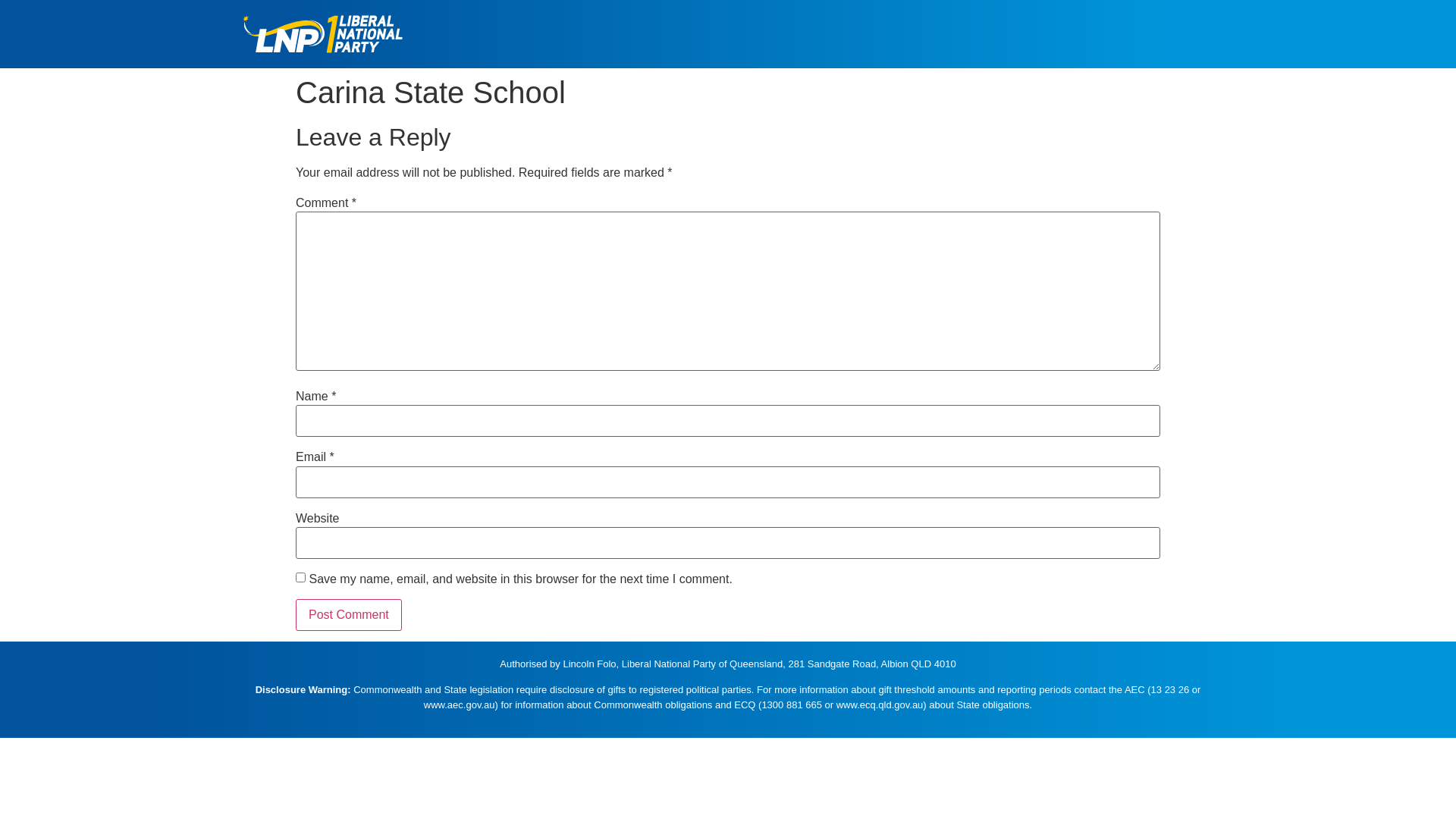 The width and height of the screenshot is (1456, 819). What do you see at coordinates (348, 614) in the screenshot?
I see `'Post Comment'` at bounding box center [348, 614].